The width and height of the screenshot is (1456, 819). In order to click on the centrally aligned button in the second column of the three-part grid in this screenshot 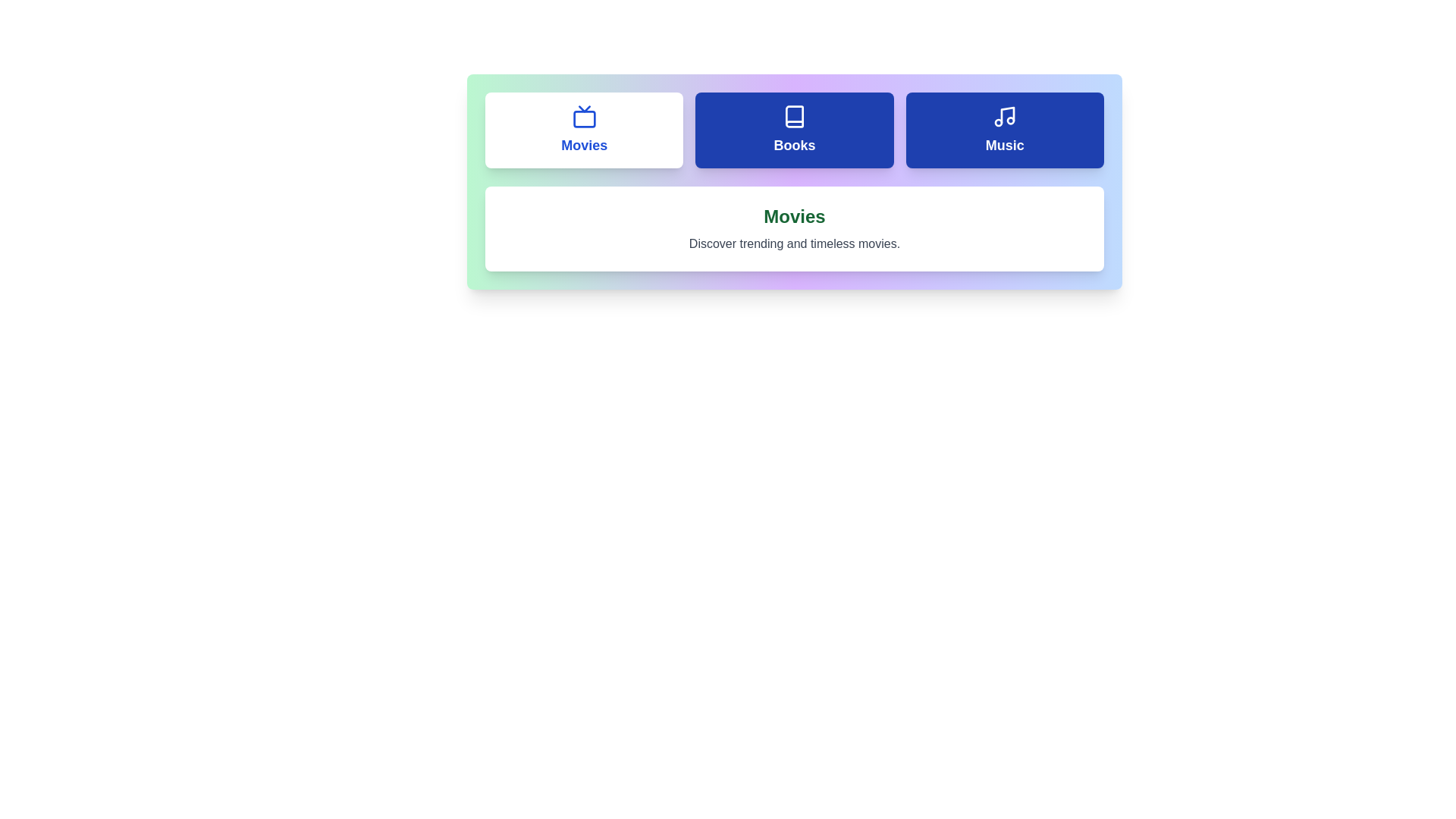, I will do `click(793, 130)`.